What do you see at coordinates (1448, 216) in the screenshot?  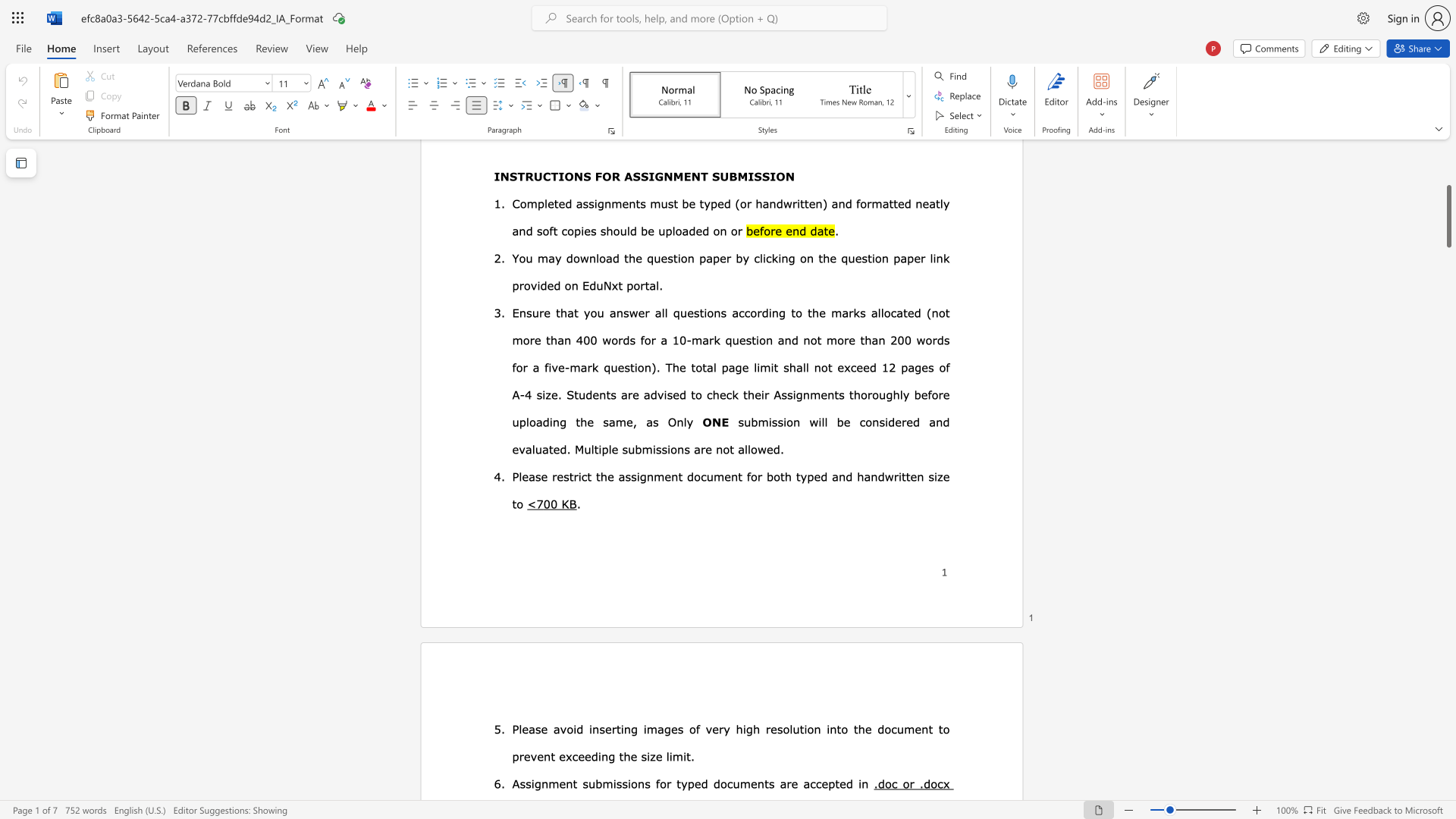 I see `the scrollbar and move up 270 pixels` at bounding box center [1448, 216].